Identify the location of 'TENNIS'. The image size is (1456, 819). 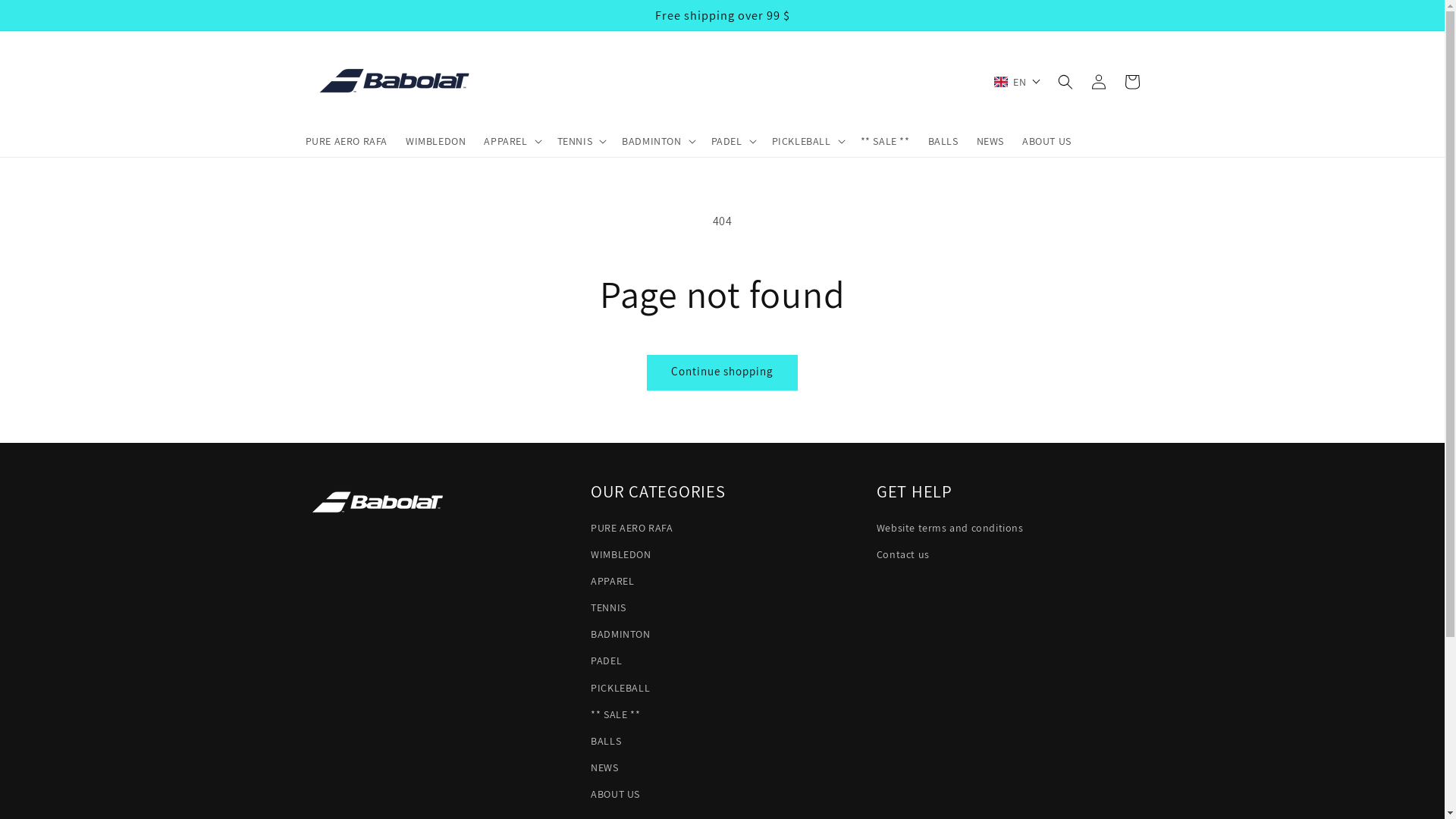
(608, 607).